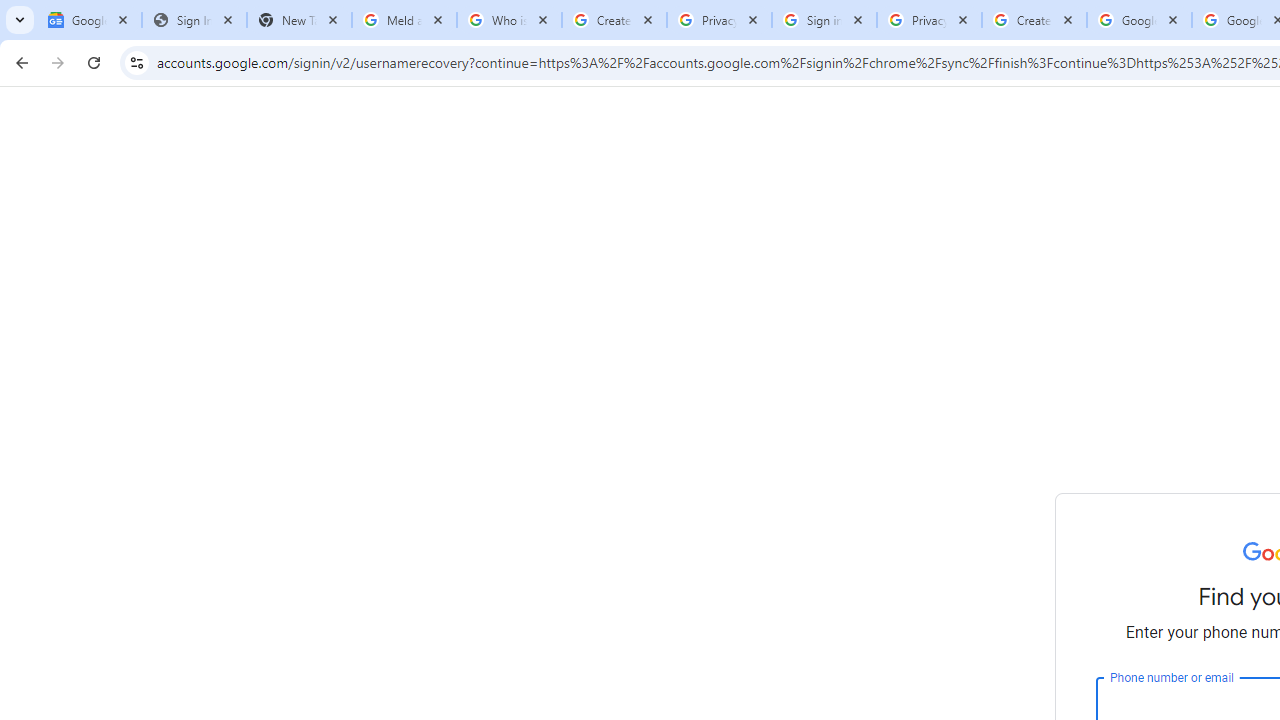  Describe the element at coordinates (298, 20) in the screenshot. I see `'New Tab'` at that location.